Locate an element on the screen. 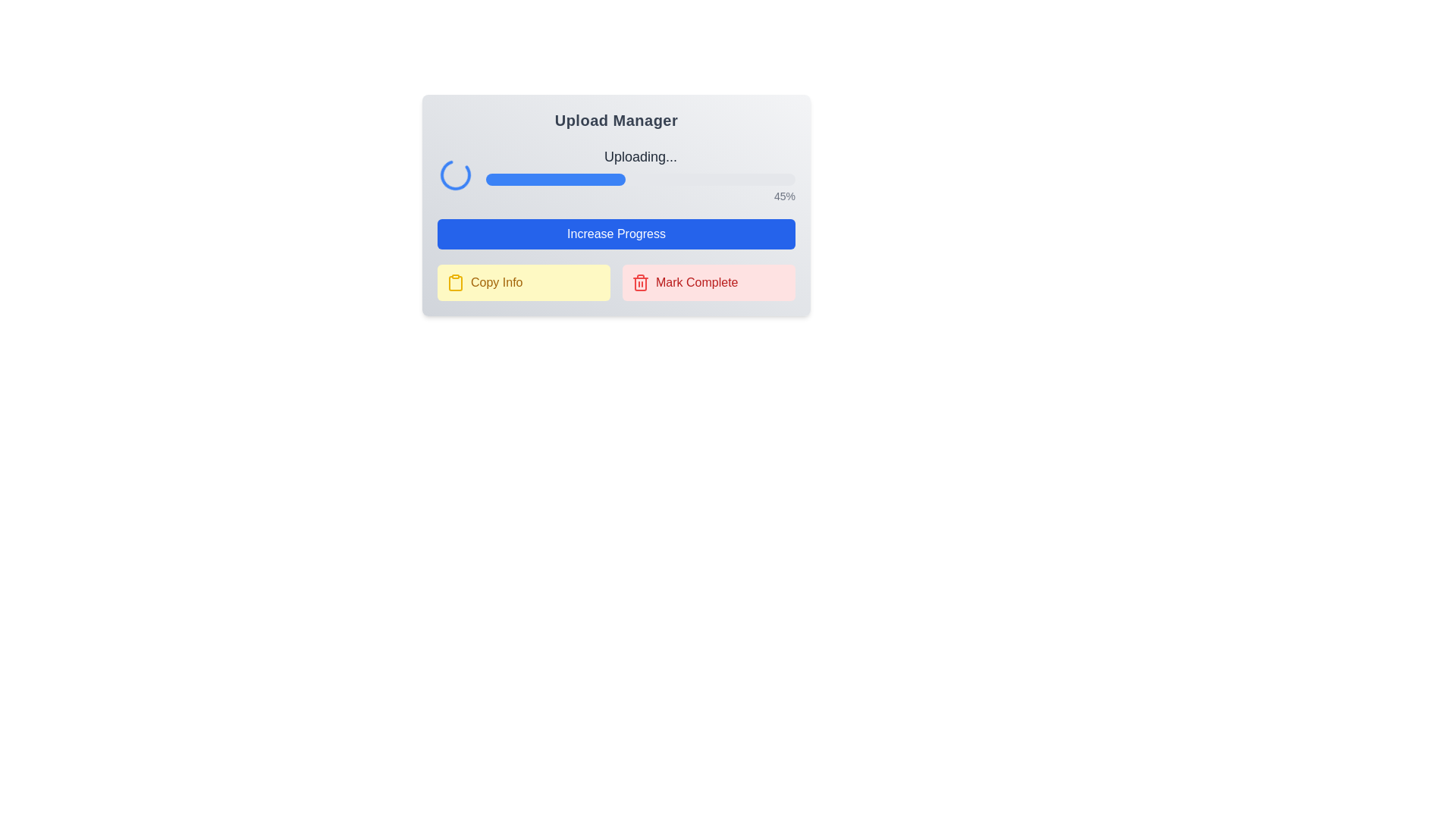 This screenshot has height=819, width=1456. the delete icon located at the leftmost position within the 'Mark Complete' button in the bottom-right corner of the interface section is located at coordinates (640, 283).